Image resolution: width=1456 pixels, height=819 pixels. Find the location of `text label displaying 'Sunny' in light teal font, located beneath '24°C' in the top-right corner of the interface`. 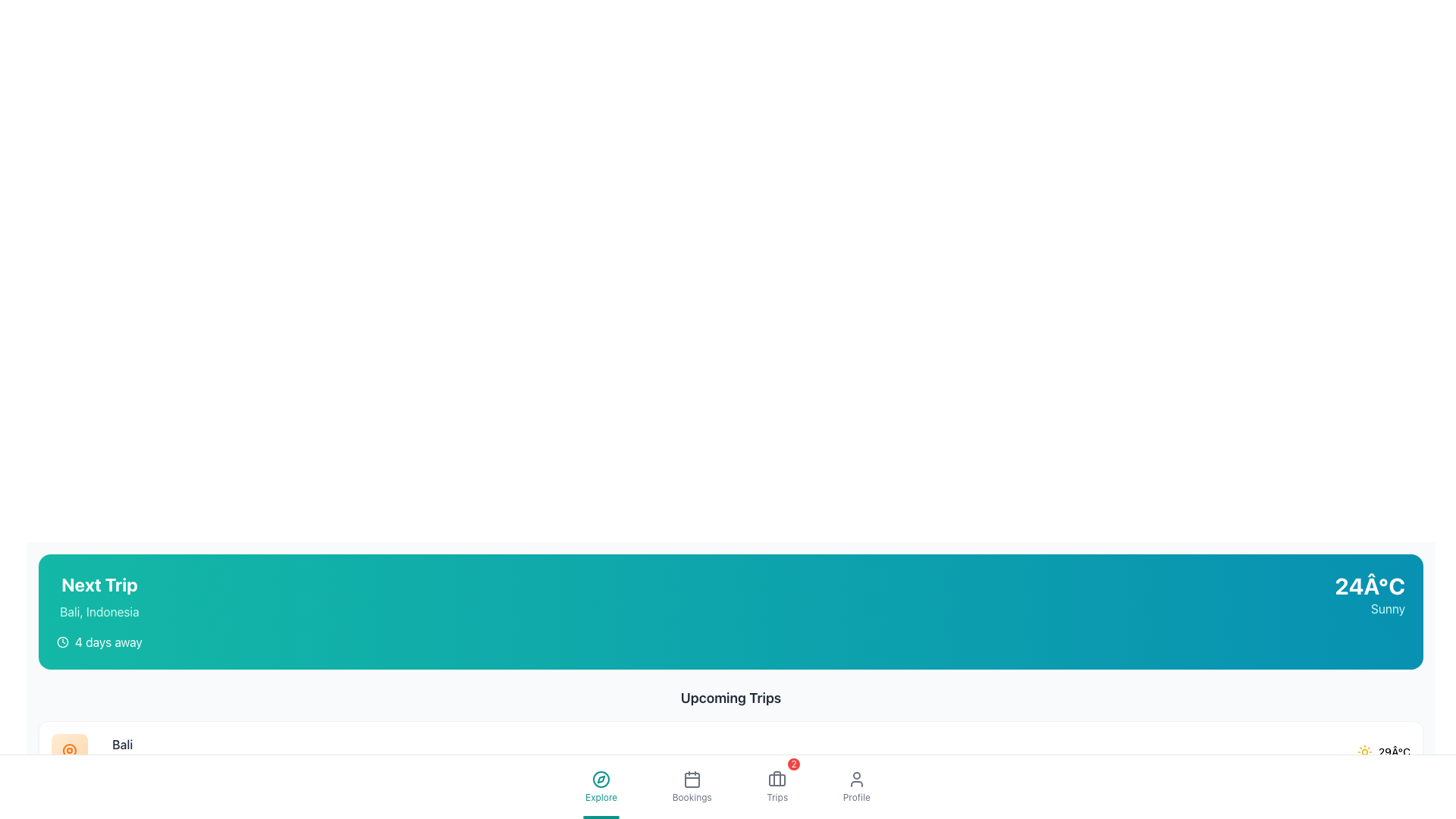

text label displaying 'Sunny' in light teal font, located beneath '24°C' in the top-right corner of the interface is located at coordinates (1370, 607).